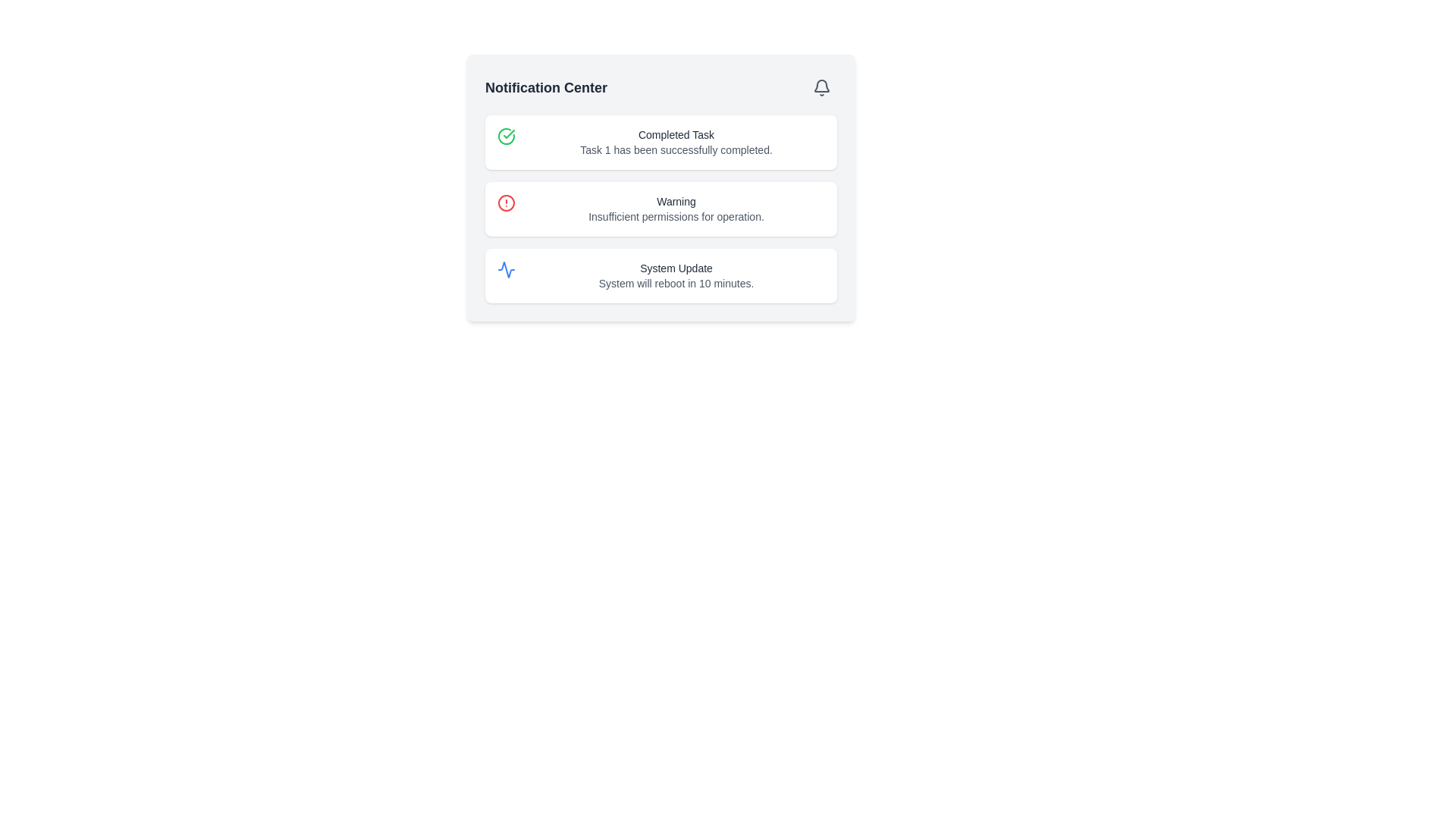 The height and width of the screenshot is (819, 1456). What do you see at coordinates (506, 136) in the screenshot?
I see `the Status Indicator Icon located in the top-left corner of the 'Completed Task' notification card` at bounding box center [506, 136].